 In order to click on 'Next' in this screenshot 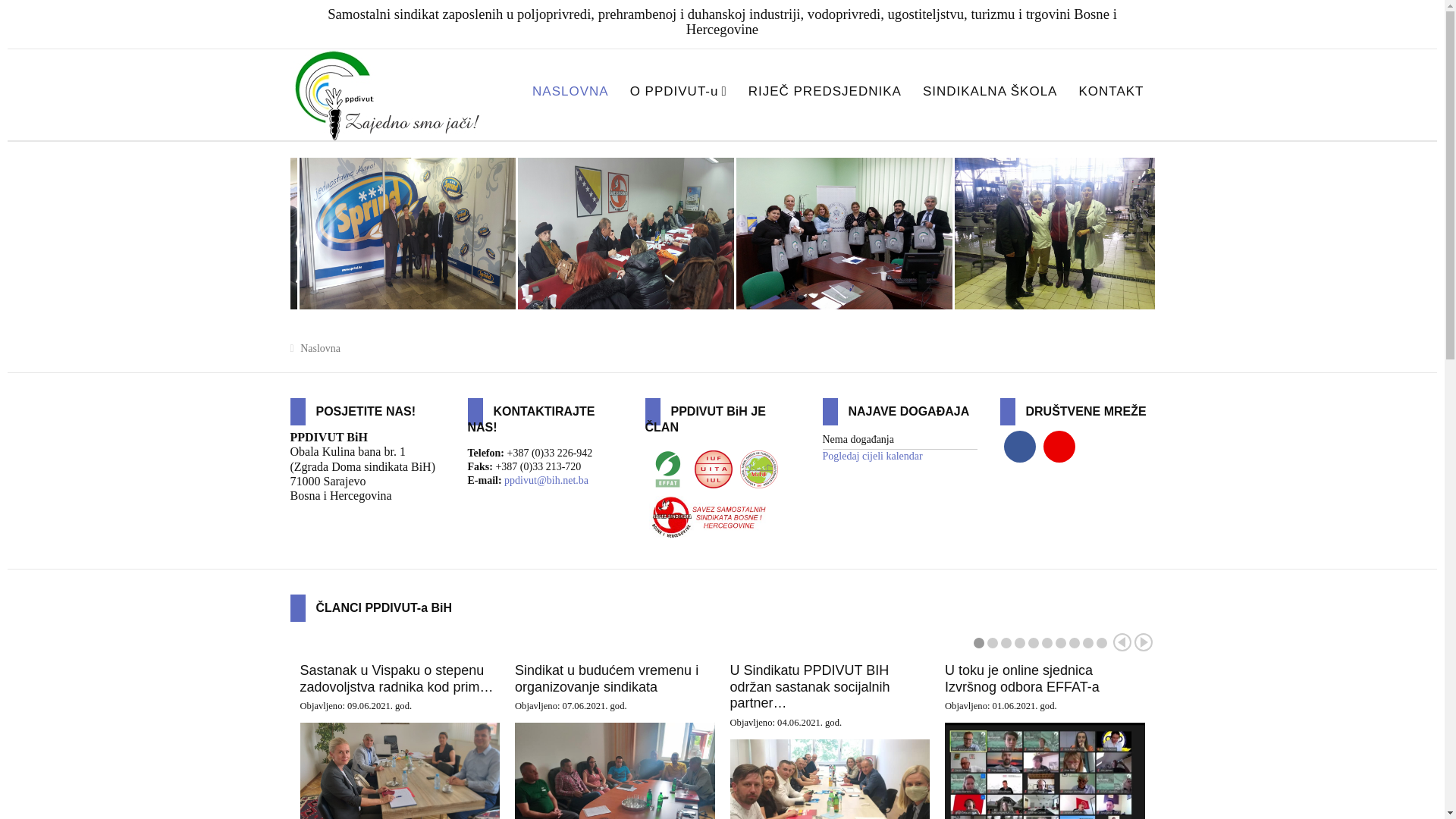, I will do `click(1143, 642)`.